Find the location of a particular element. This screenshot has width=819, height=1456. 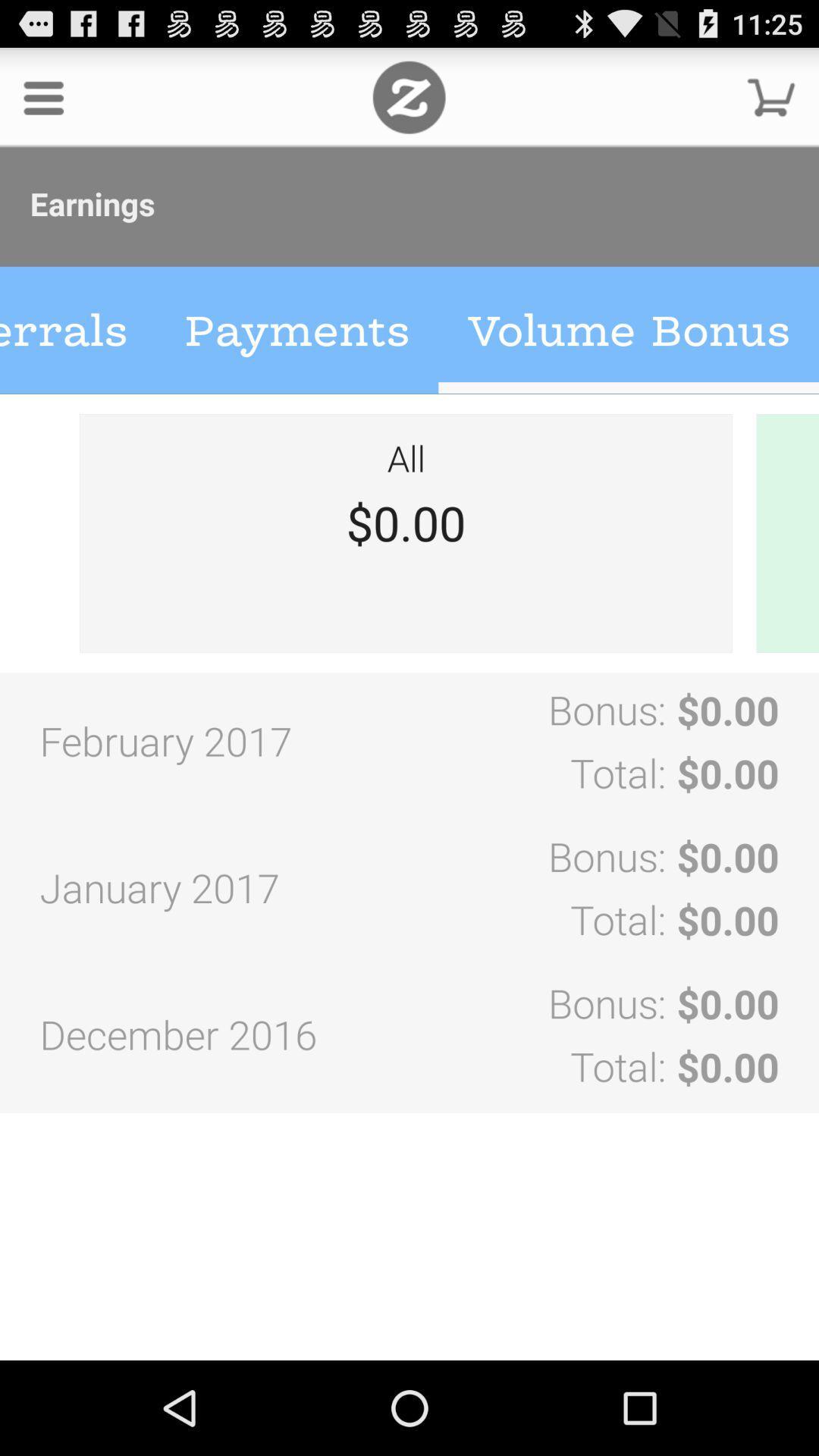

open shopping cart is located at coordinates (771, 96).